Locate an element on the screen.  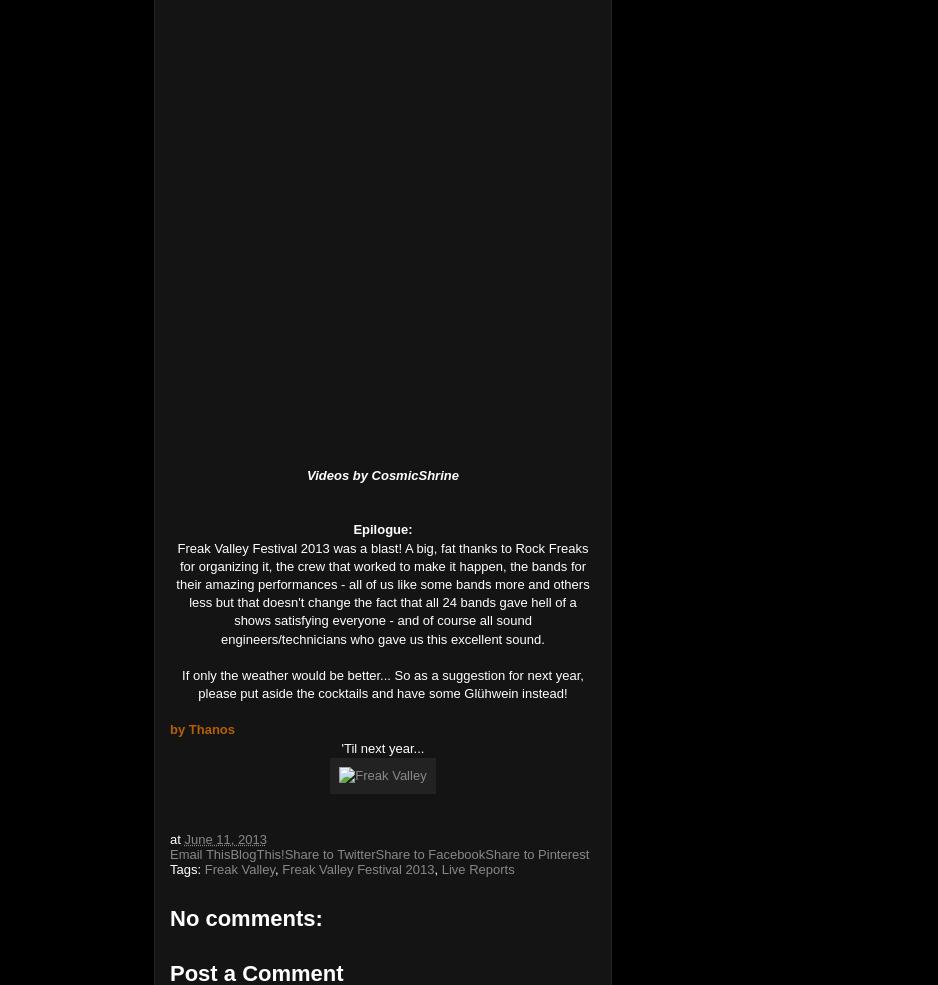
'Videos by CosmicShrine' is located at coordinates (381, 473).